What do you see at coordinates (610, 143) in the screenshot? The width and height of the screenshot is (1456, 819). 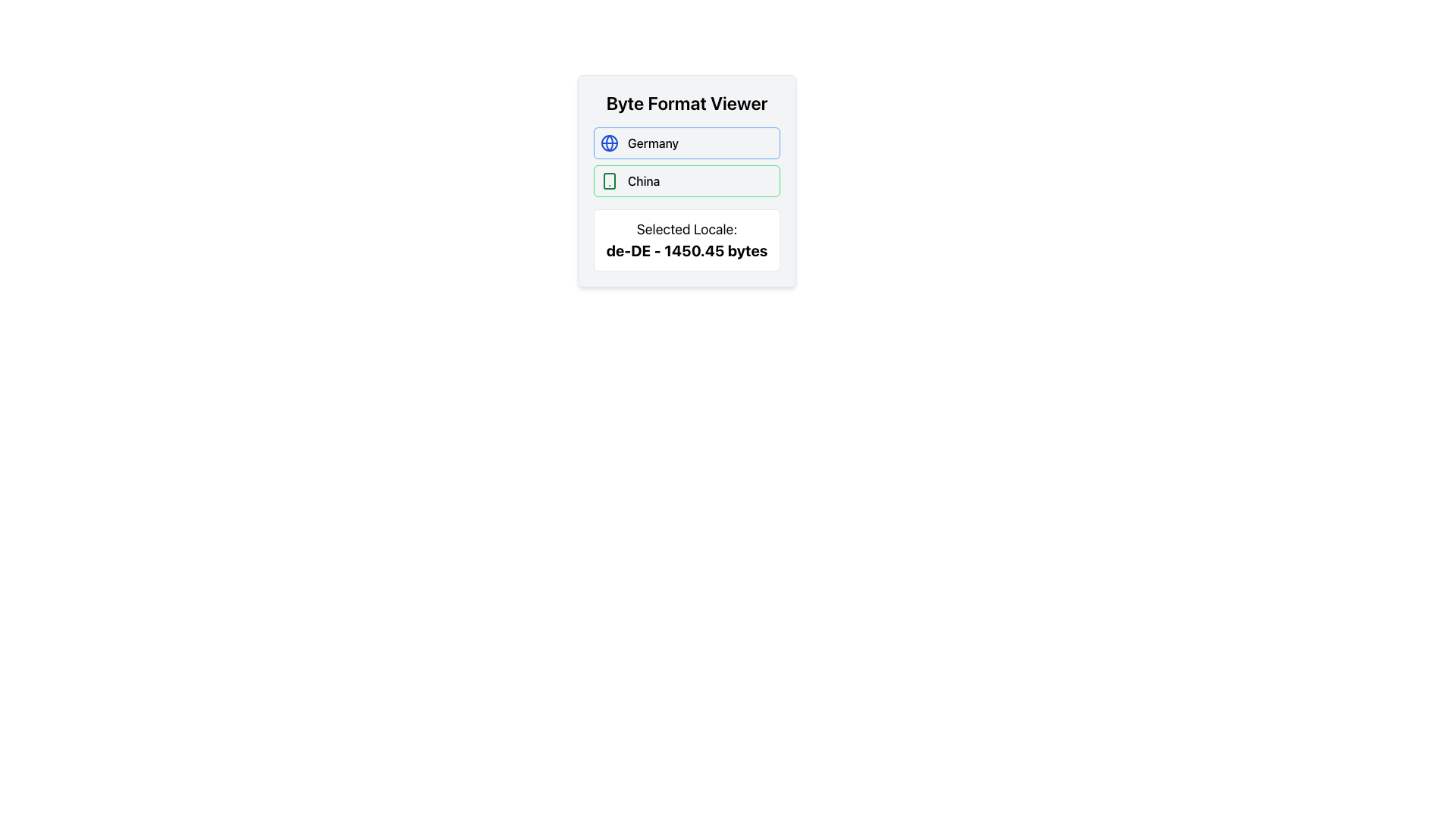 I see `the SVG circle element within the globe icon that indicates locale selection adjacent to the 'Germany' text in the horizontal selection menu` at bounding box center [610, 143].